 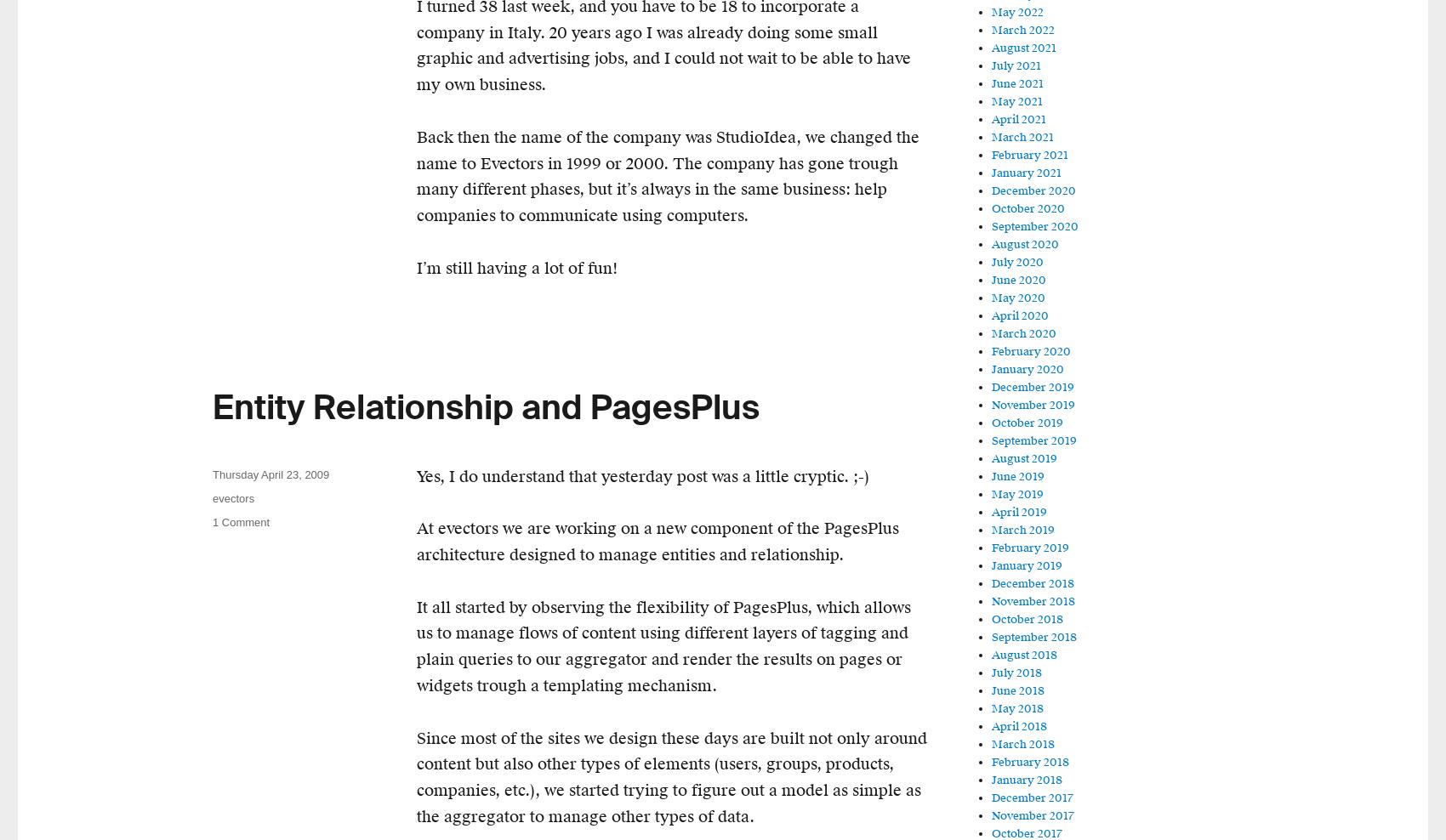 I want to click on 'July 2021', so click(x=1015, y=65).